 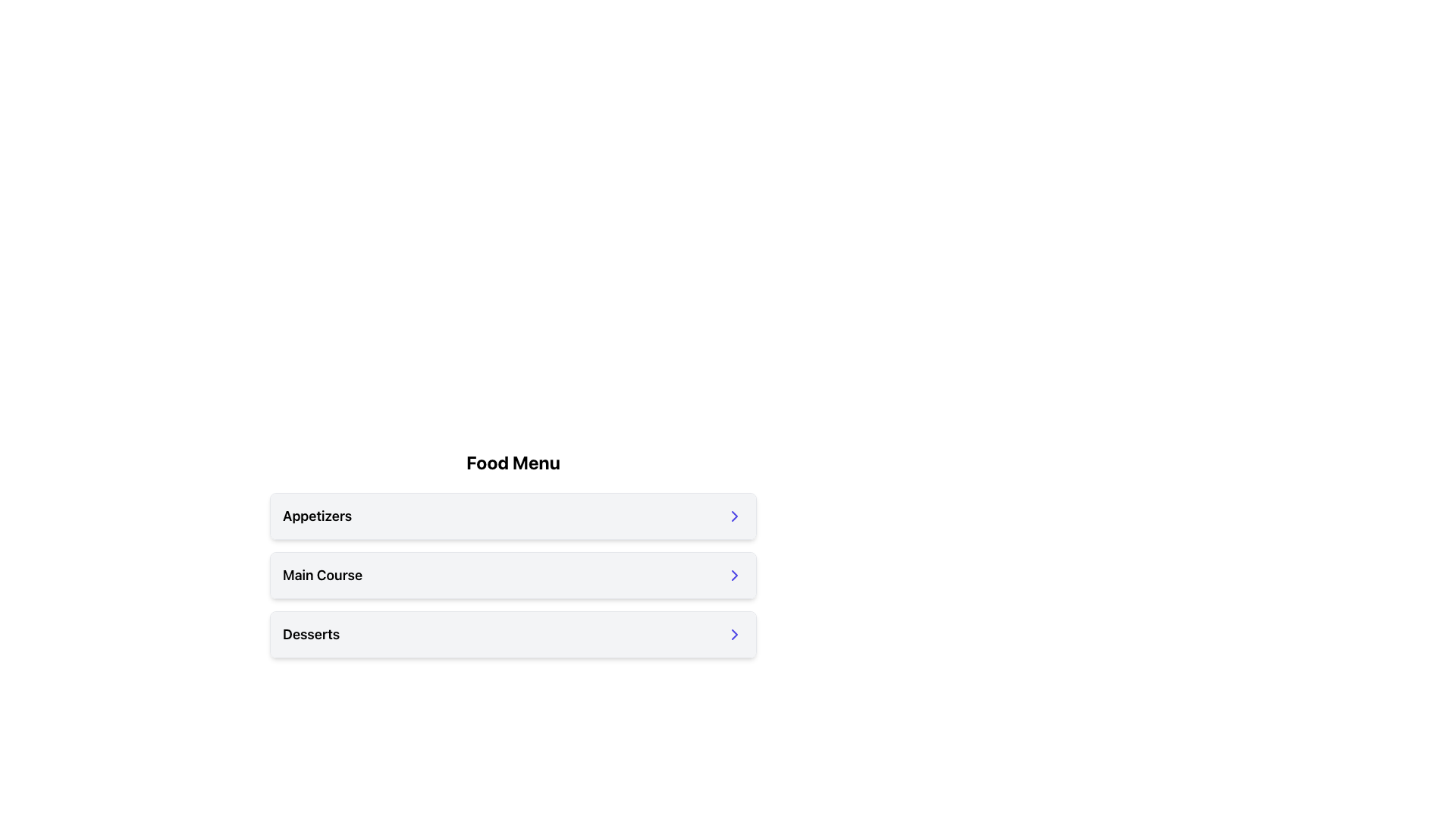 What do you see at coordinates (322, 576) in the screenshot?
I see `the 'Main Course' text label, which is the second element in a horizontally aligned menu section containing 'Appetizers', 'Main Course', and 'Desserts'` at bounding box center [322, 576].